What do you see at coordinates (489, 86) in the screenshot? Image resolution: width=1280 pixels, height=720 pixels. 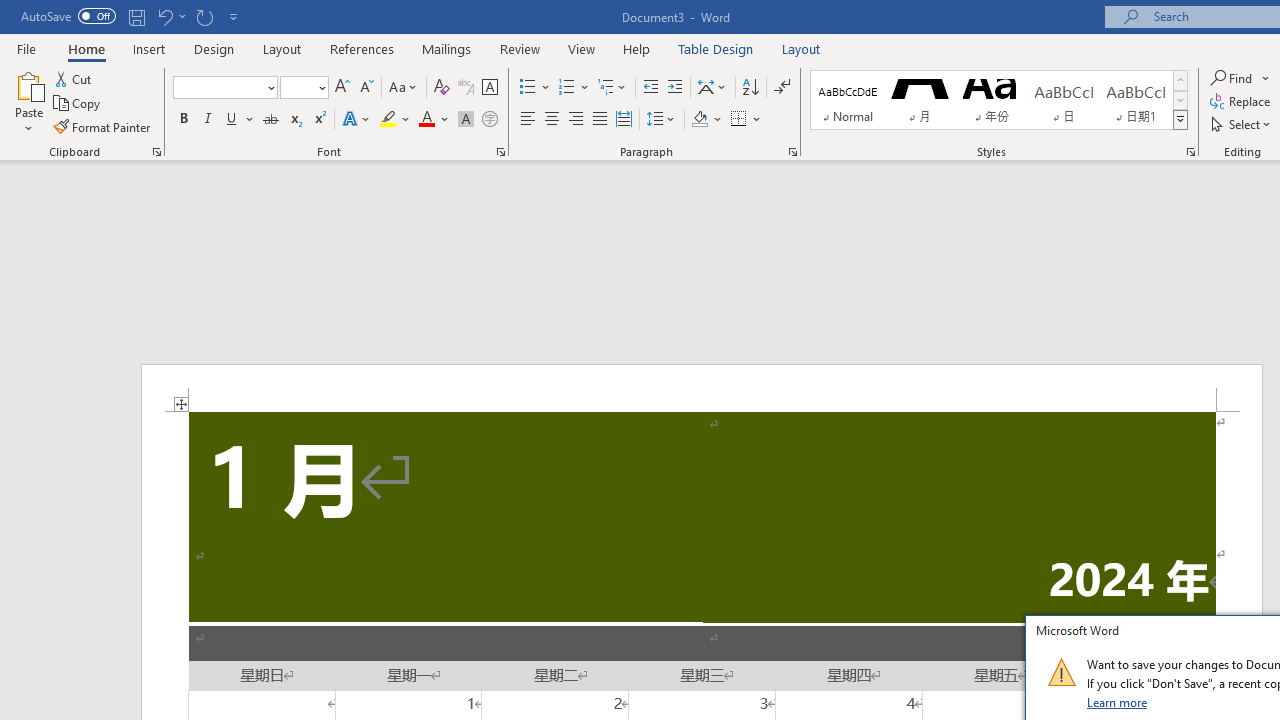 I see `'Character Border'` at bounding box center [489, 86].